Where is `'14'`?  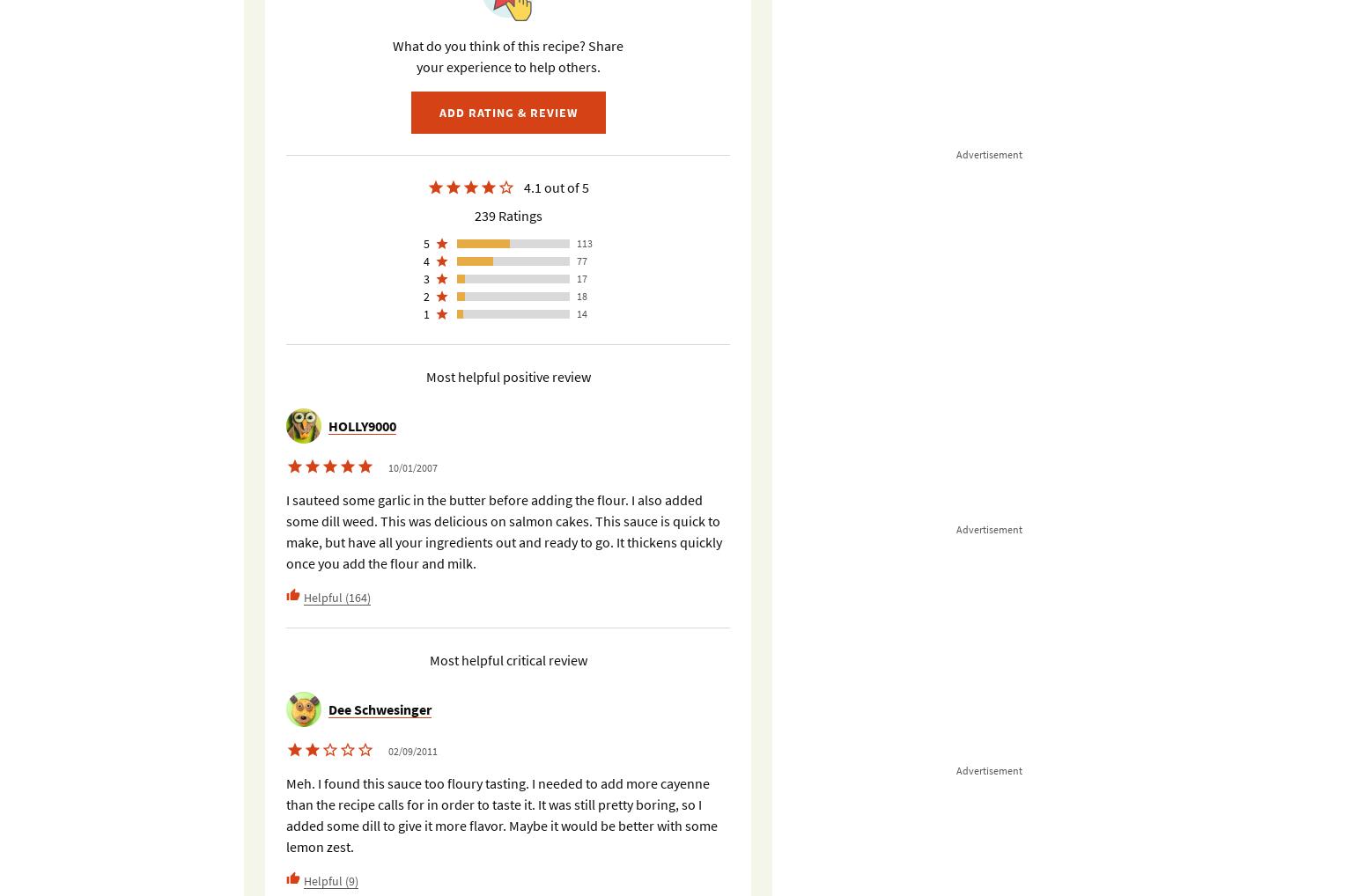
'14' is located at coordinates (579, 312).